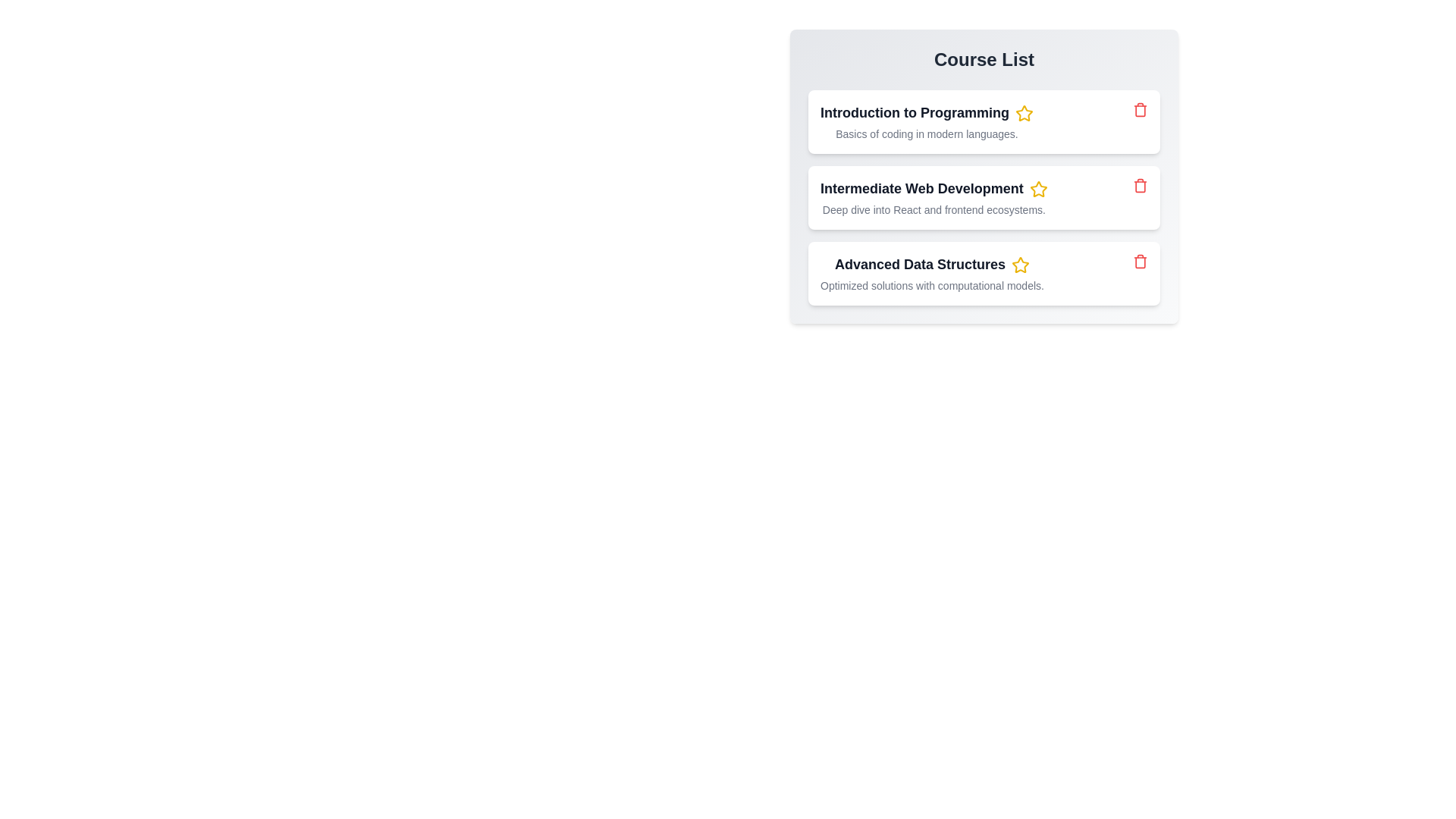 The image size is (1456, 819). What do you see at coordinates (1140, 185) in the screenshot?
I see `the trash icon of the item to remove it from the list. Specify the item name as Intermediate Web Development` at bounding box center [1140, 185].